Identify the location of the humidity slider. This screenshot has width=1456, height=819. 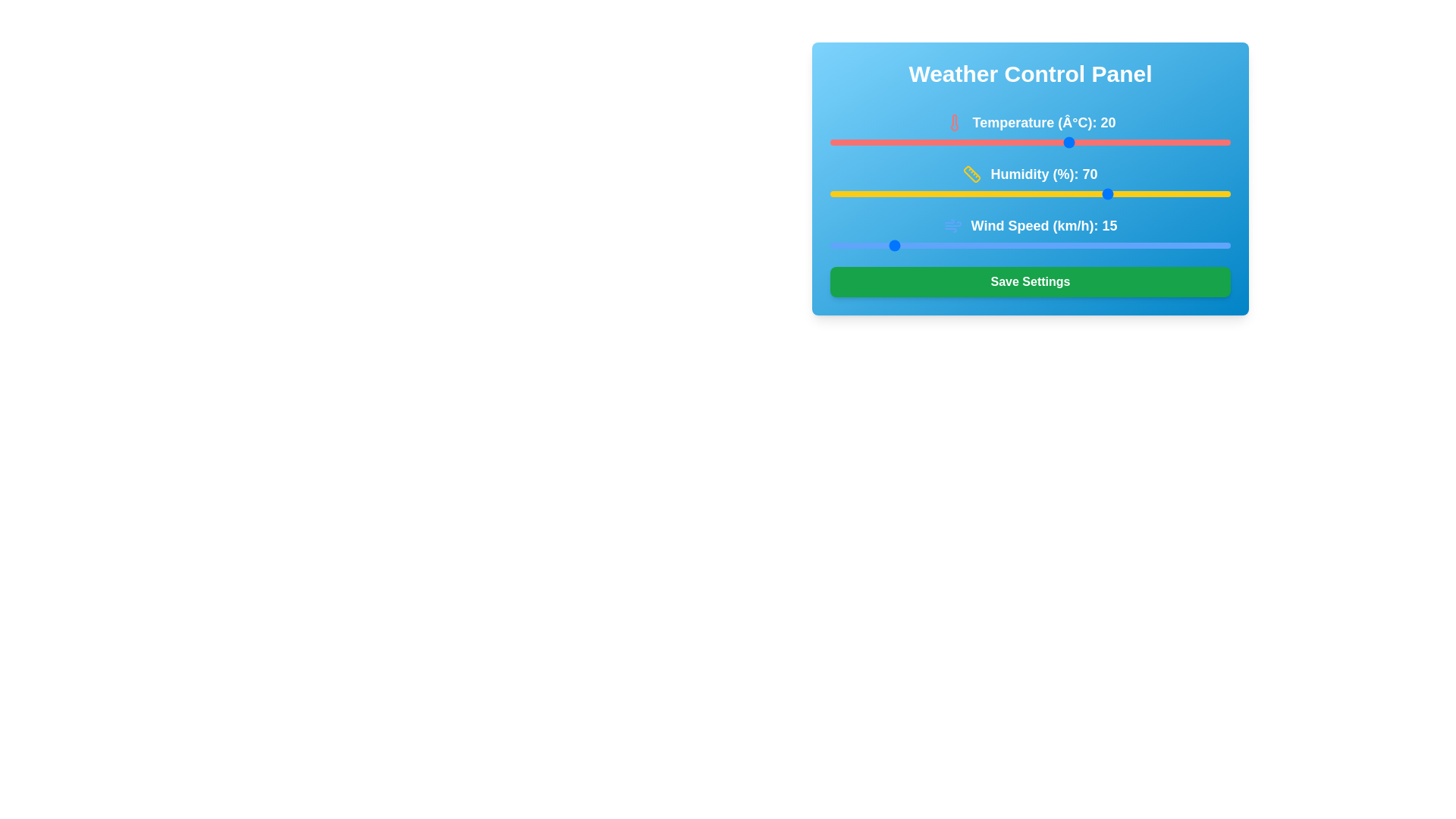
(866, 193).